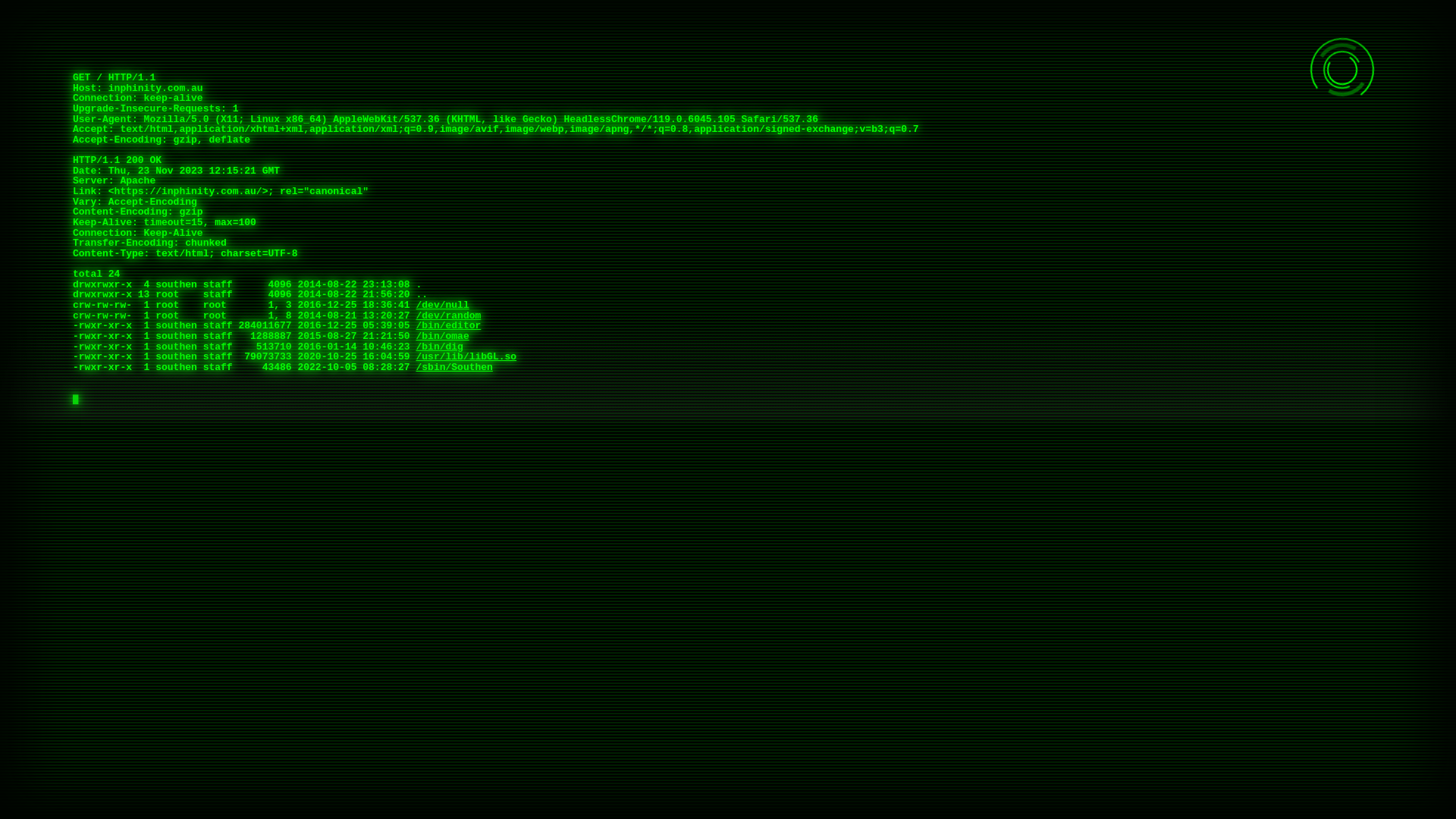 Image resolution: width=1456 pixels, height=819 pixels. I want to click on '/bin/omae', so click(441, 335).